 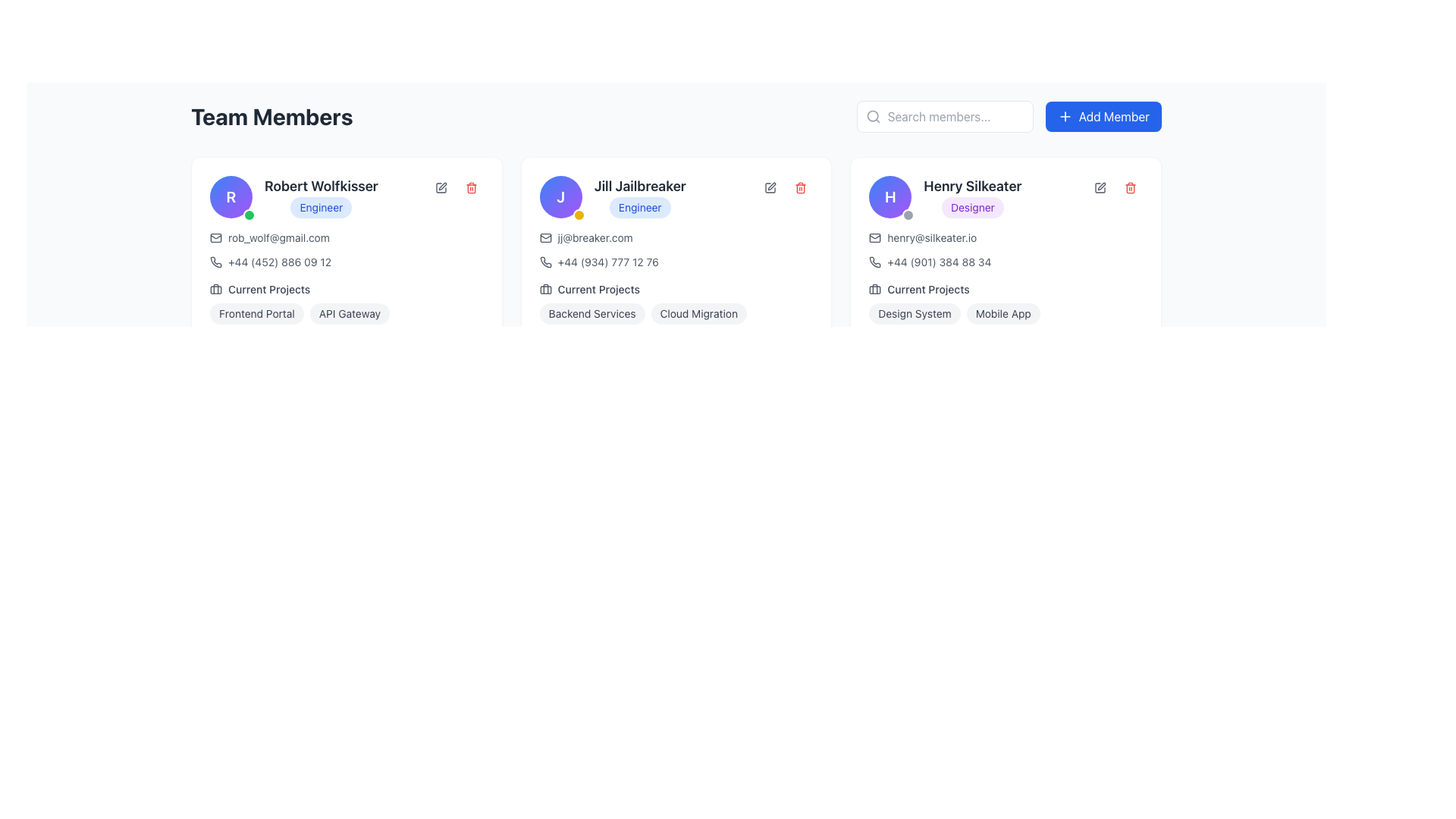 I want to click on the static text element that displays the name of the individual within the first team card on the left, located to the right of the circular avatar icon, so click(x=320, y=186).